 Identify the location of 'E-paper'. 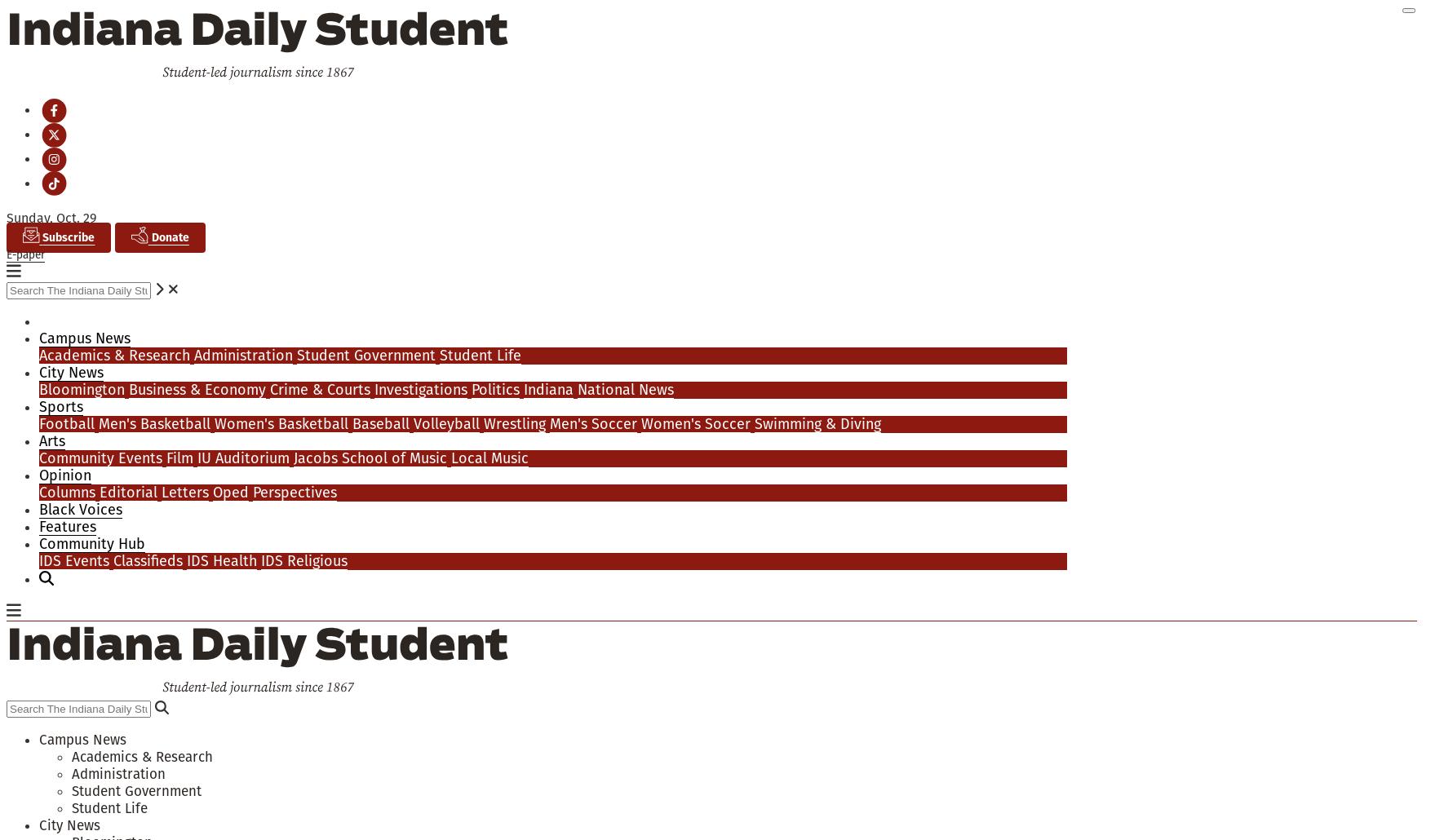
(24, 253).